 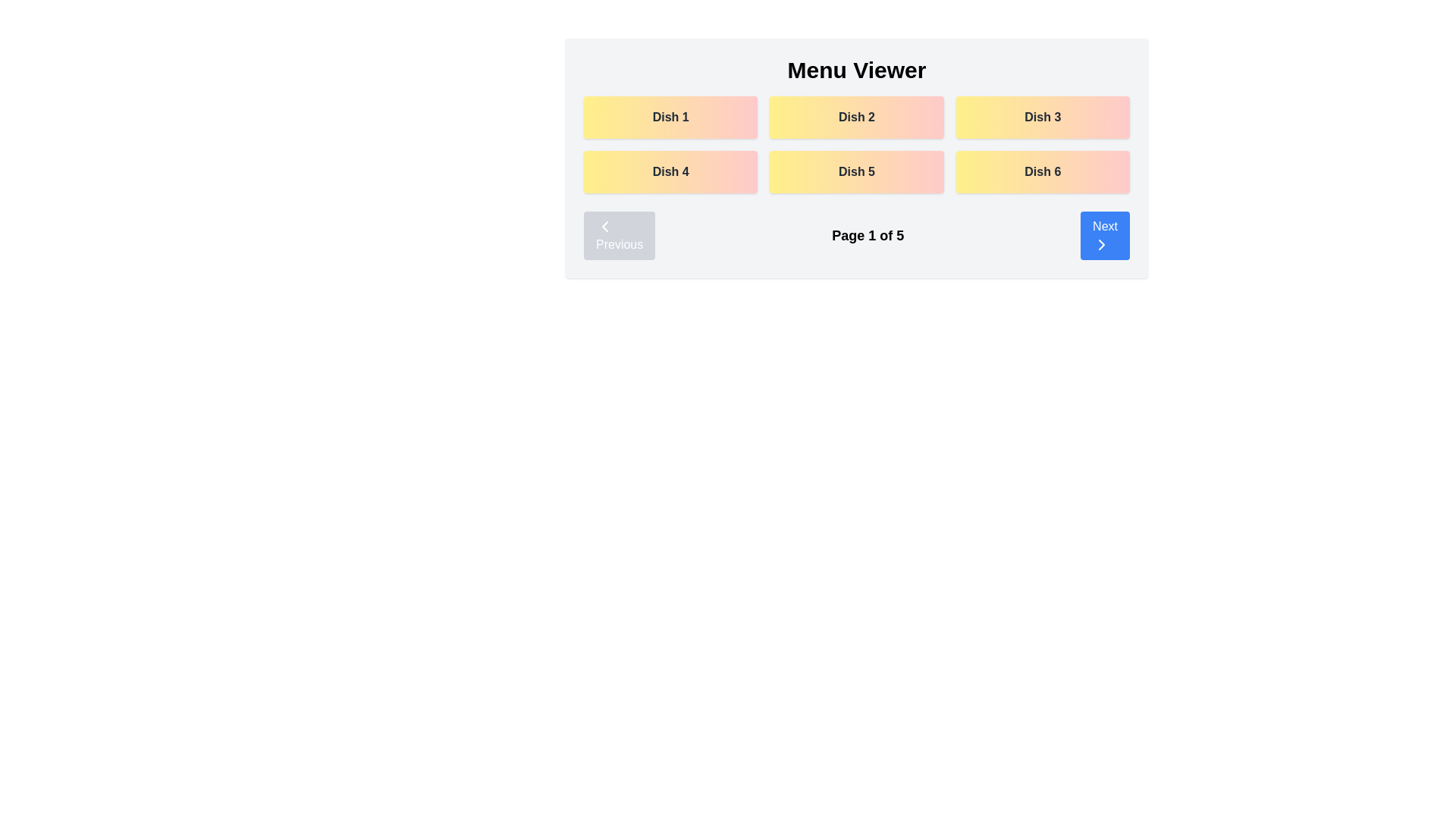 What do you see at coordinates (1042, 116) in the screenshot?
I see `the 'Dish 3' text label, which is a rectangular button-like component with a gradient background from yellow to red, containing bold dark gray text, and is the third item in a 3x2 grid under the 'Menu Viewer' title` at bounding box center [1042, 116].